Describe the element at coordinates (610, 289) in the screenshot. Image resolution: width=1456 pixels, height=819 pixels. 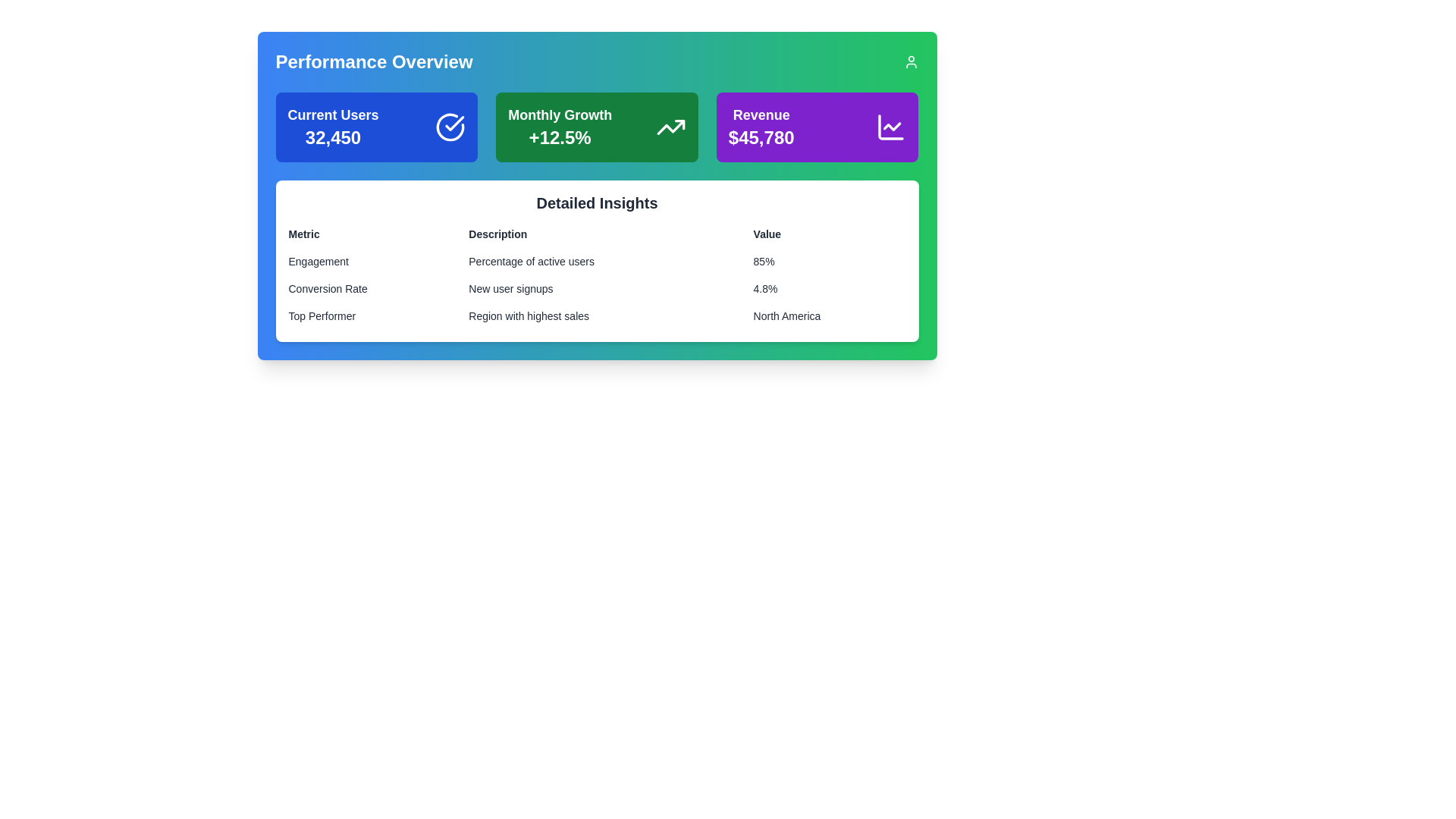
I see `the text content of the 'Conversion Rate' label in the 'Detailed Insights' section, located in the 'Description' column of the table, specifically in the second row between 'Engagement' and 'Top Performer'` at that location.